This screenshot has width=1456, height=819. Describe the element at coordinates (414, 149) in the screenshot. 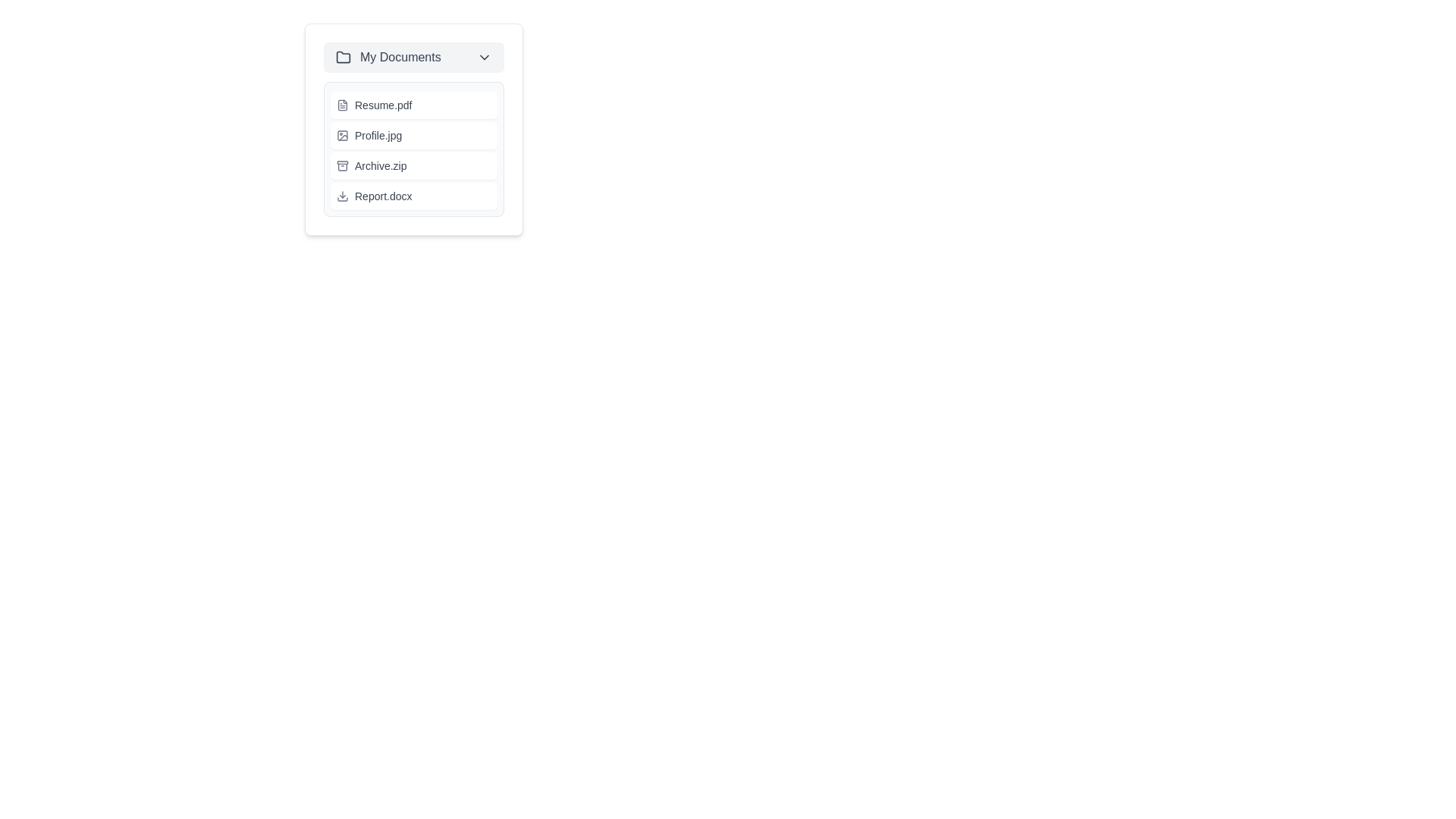

I see `the second entry` at that location.